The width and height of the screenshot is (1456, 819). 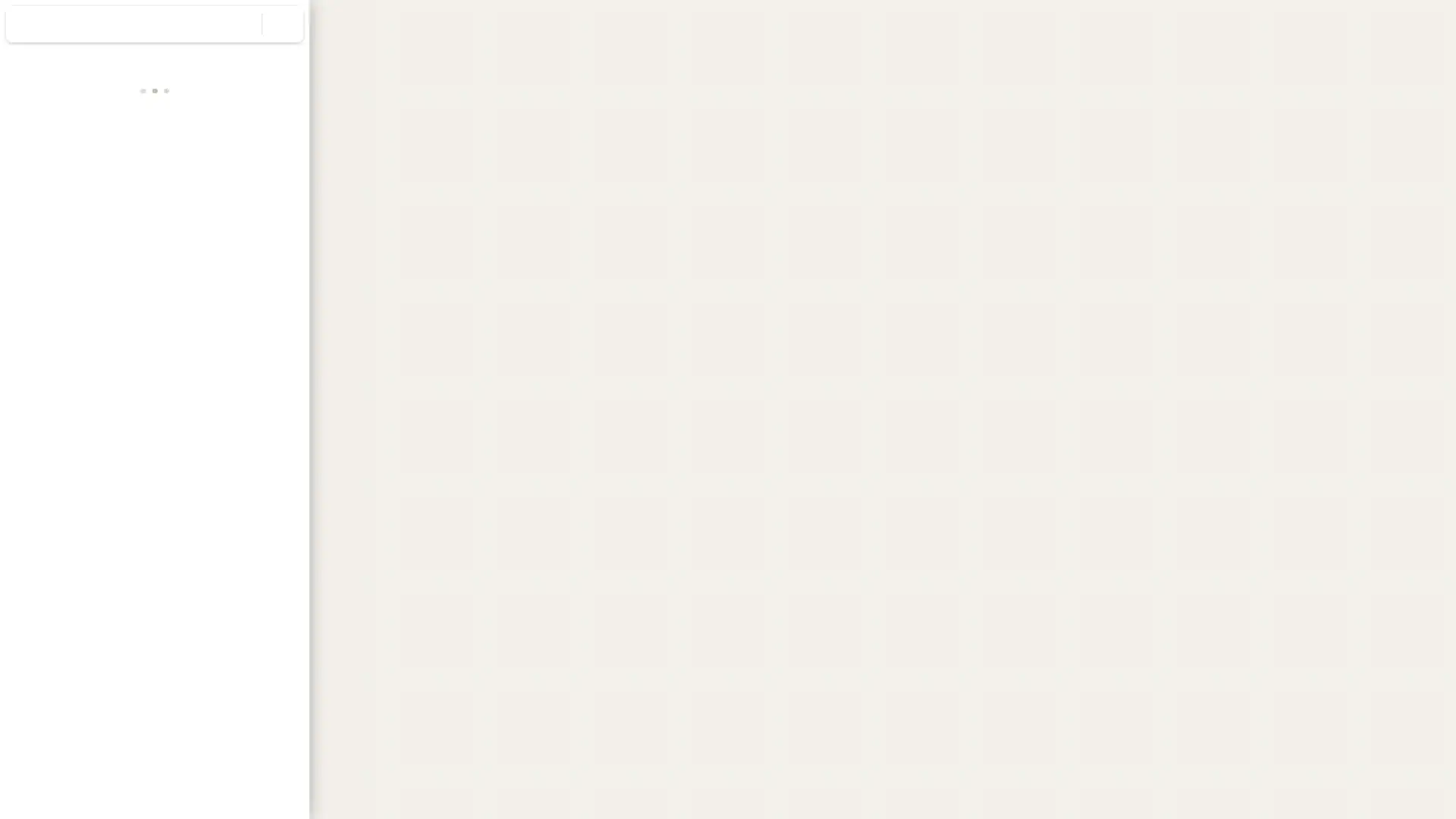 What do you see at coordinates (240, 24) in the screenshot?
I see `Search` at bounding box center [240, 24].